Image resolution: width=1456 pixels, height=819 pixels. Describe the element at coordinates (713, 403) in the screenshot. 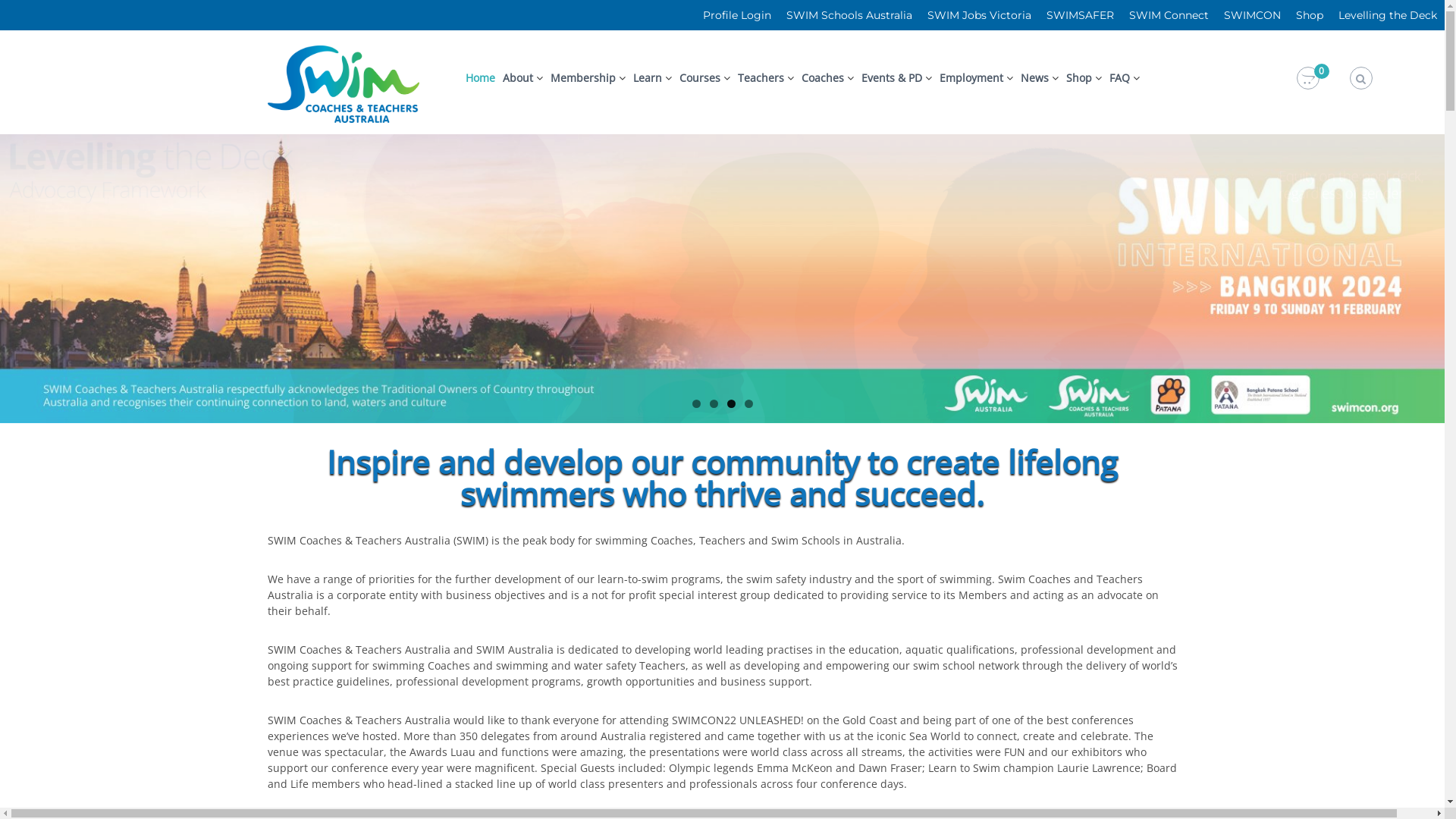

I see `'2'` at that location.